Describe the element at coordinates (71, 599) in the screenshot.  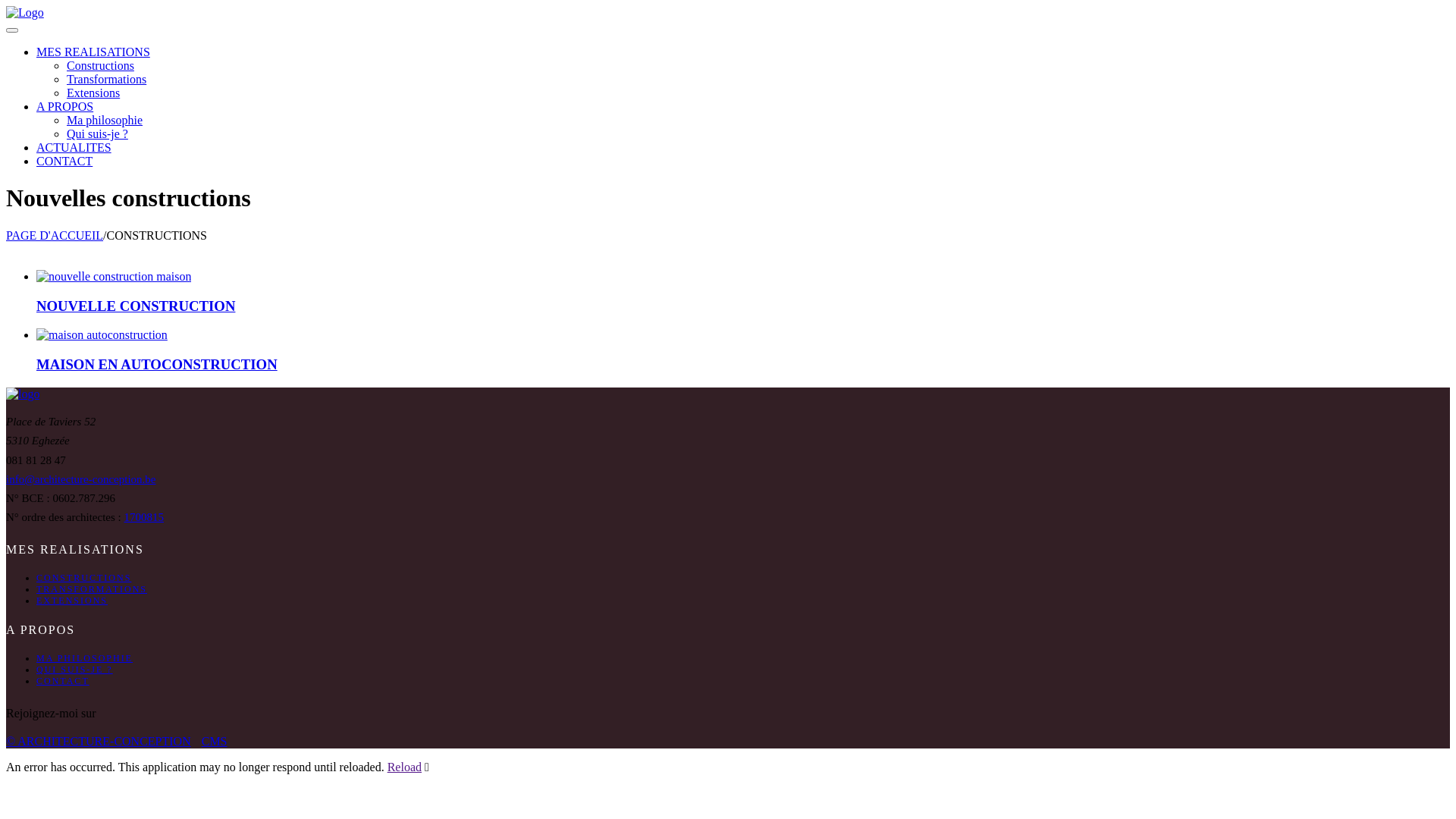
I see `'EXTENSIONS'` at that location.